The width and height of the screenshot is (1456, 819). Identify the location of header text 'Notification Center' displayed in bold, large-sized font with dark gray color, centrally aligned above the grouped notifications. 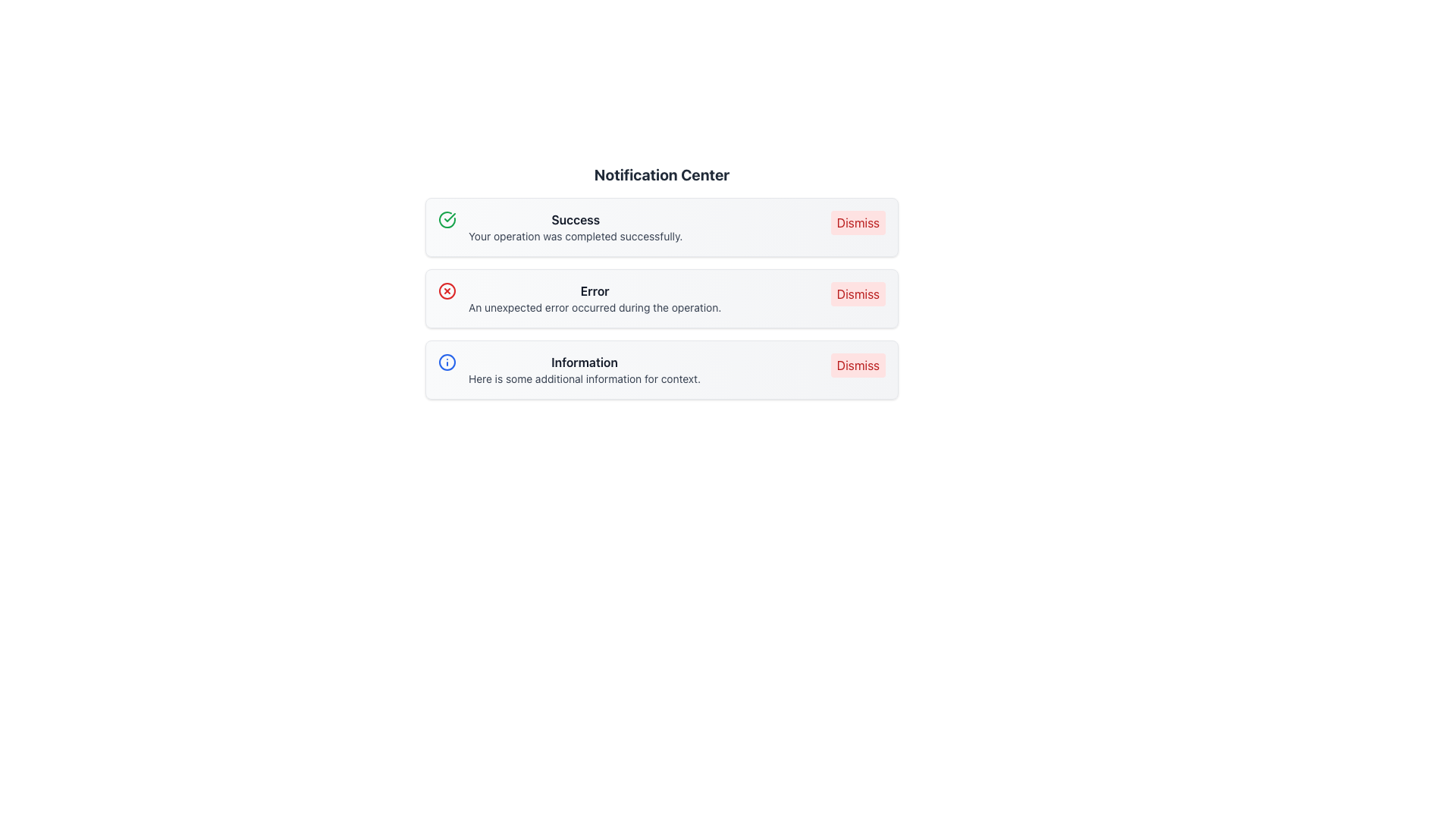
(662, 174).